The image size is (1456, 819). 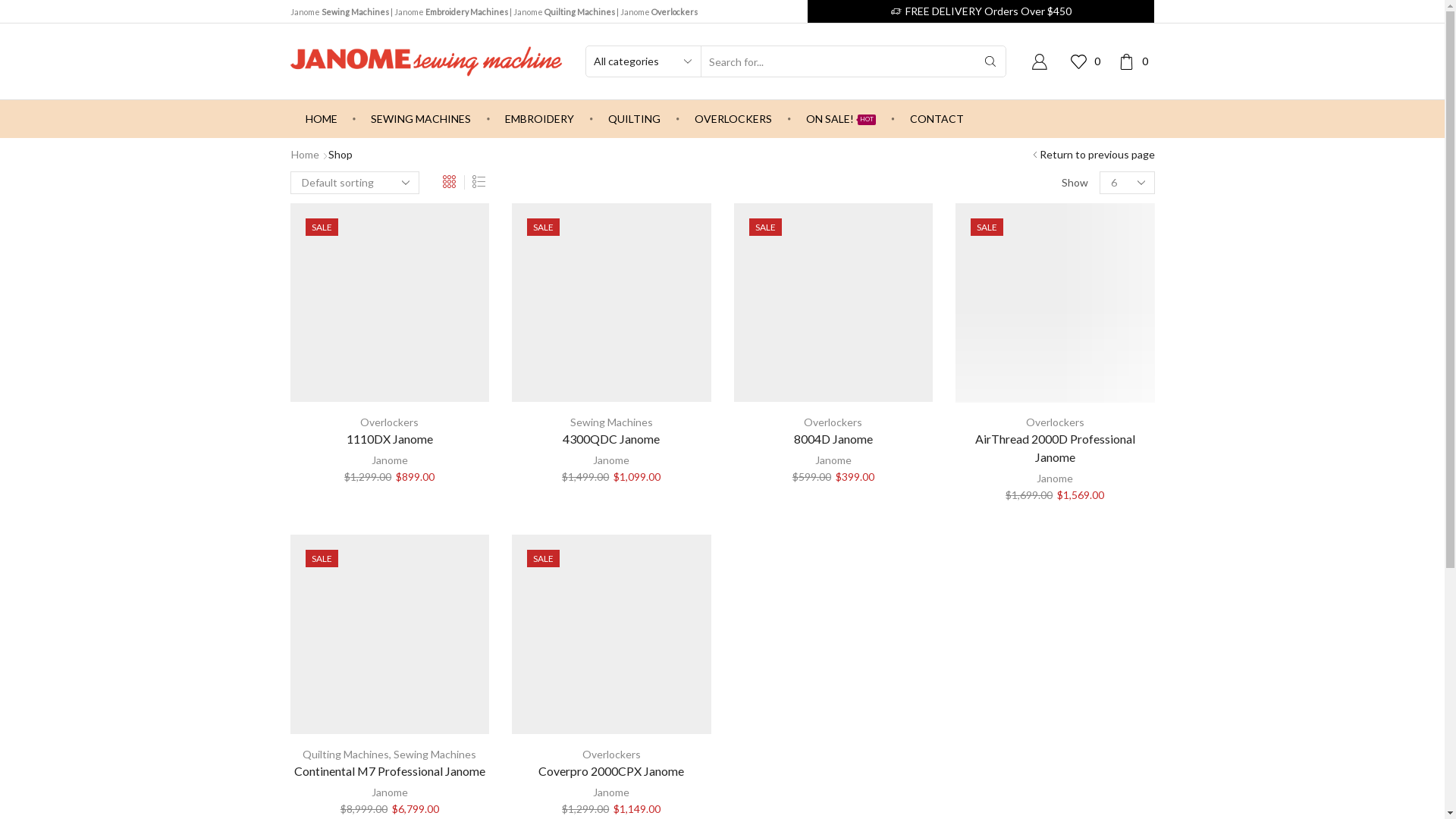 What do you see at coordinates (337, 11) in the screenshot?
I see `'Janome Sewing Machines'` at bounding box center [337, 11].